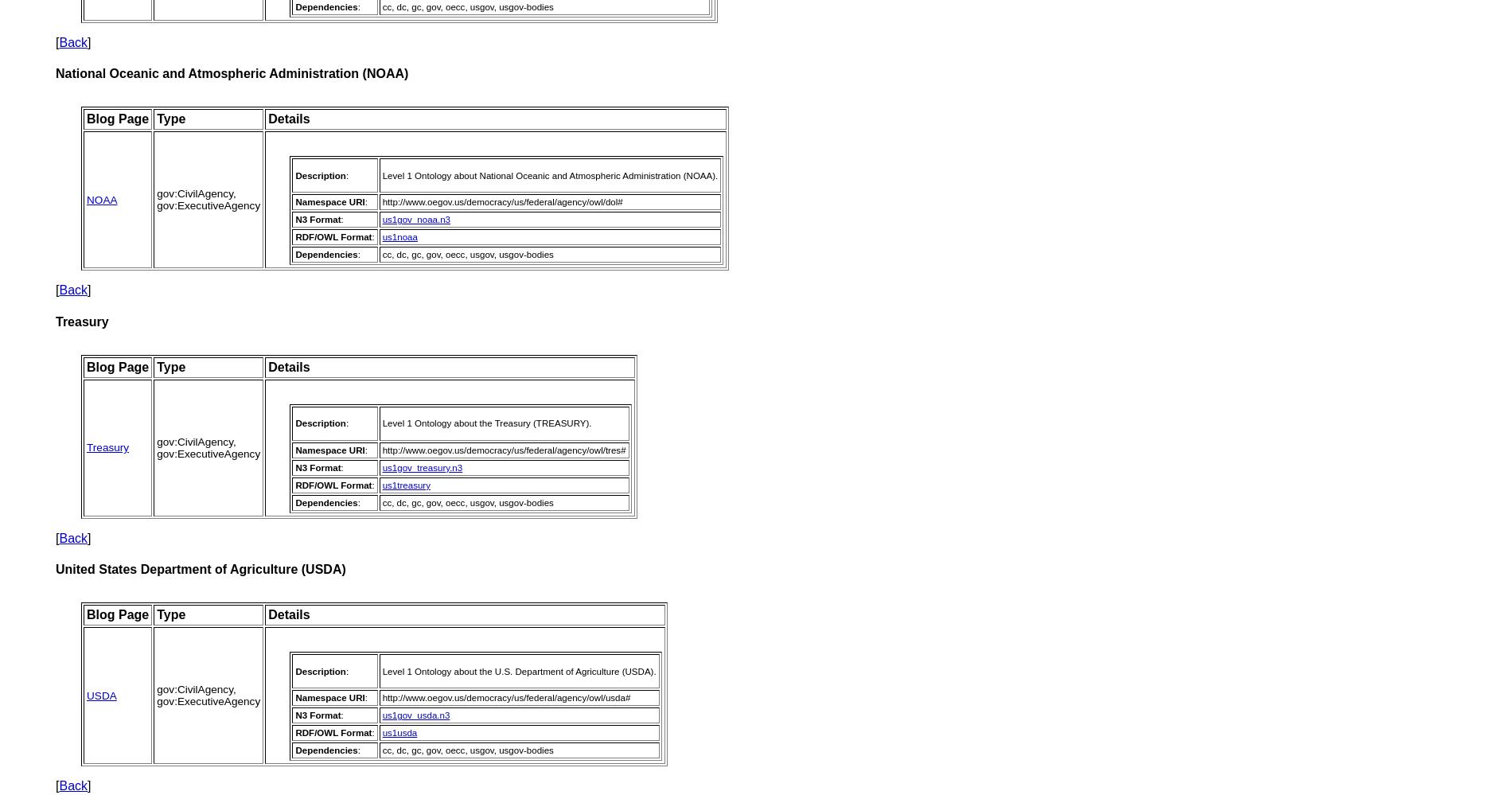 Image resolution: width=1512 pixels, height=795 pixels. I want to click on 'United States Department of Agriculture (USDA)', so click(199, 569).